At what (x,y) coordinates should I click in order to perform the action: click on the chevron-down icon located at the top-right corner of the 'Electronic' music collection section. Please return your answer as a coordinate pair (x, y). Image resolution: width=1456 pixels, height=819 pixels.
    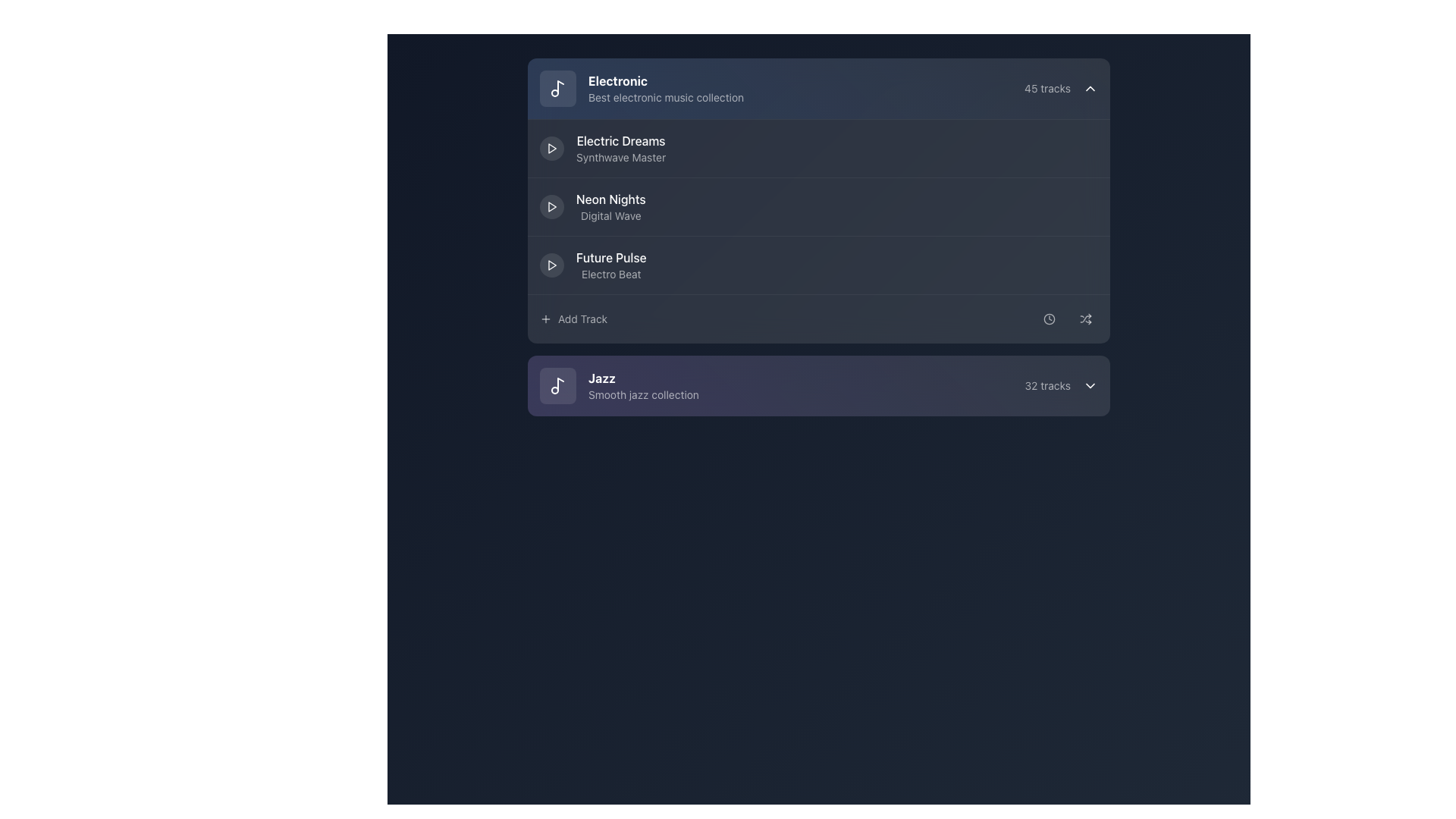
    Looking at the image, I should click on (1090, 88).